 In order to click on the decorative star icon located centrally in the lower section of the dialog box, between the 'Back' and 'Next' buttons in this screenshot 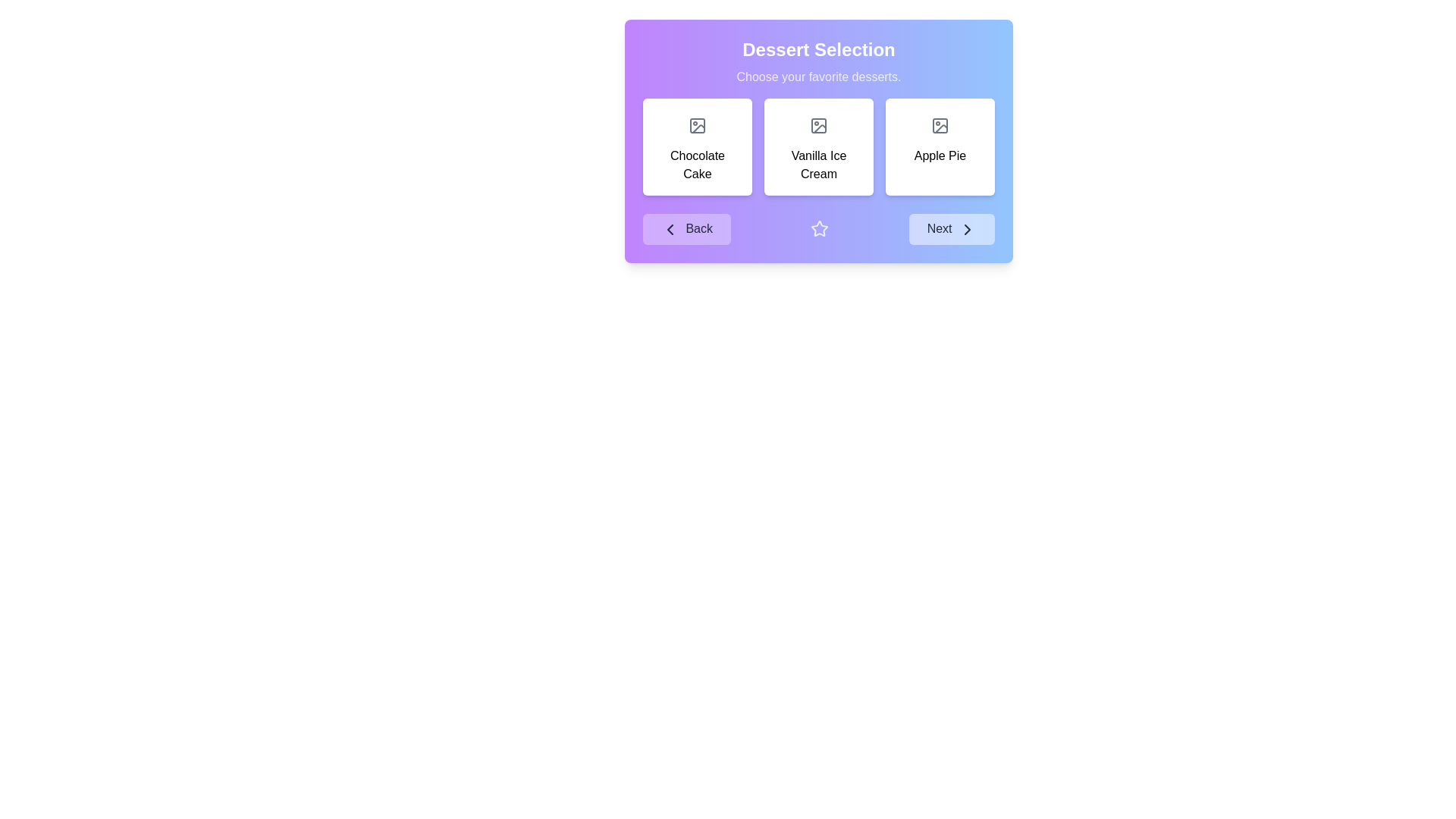, I will do `click(819, 228)`.